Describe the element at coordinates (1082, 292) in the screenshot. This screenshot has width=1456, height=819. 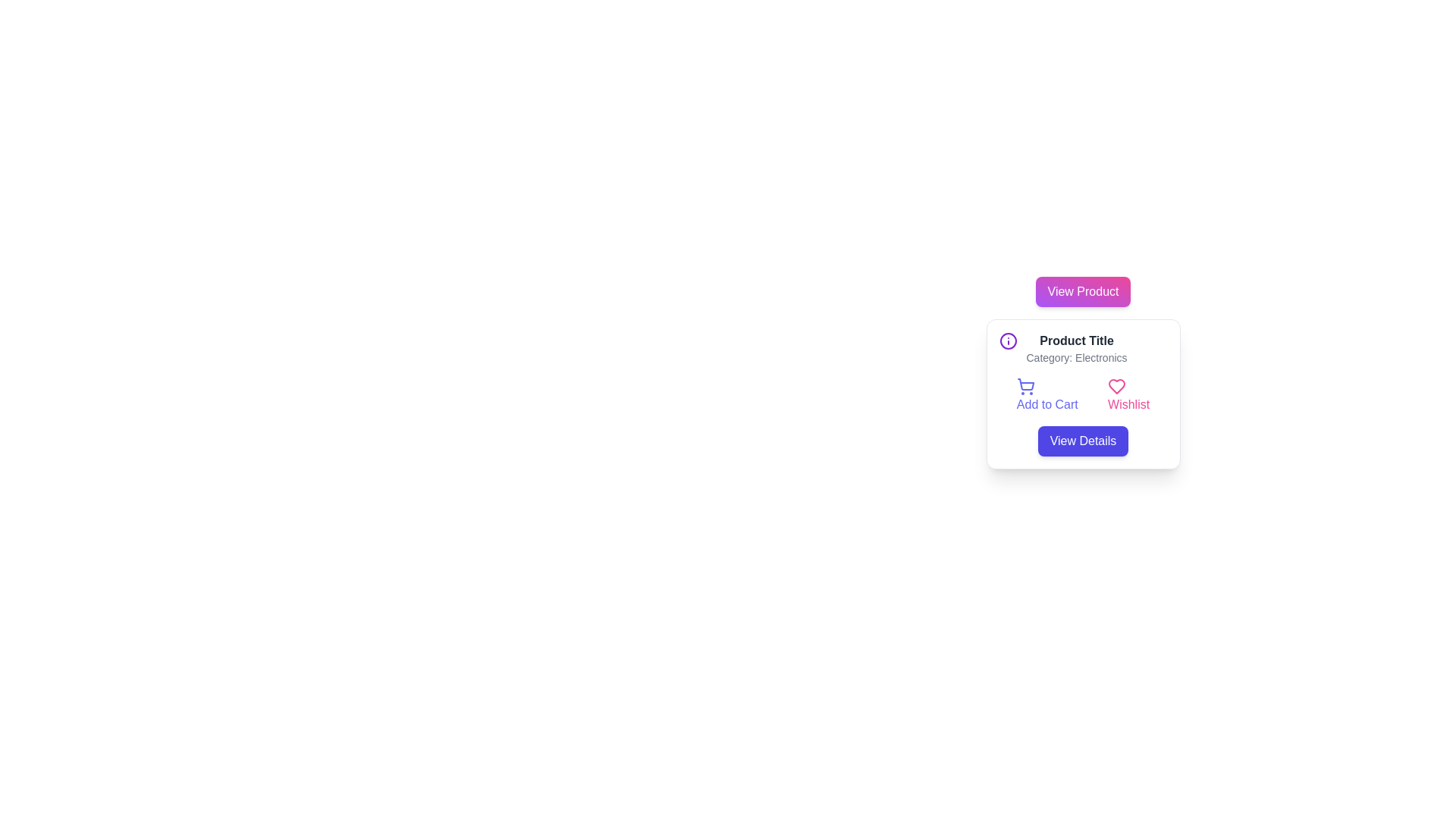
I see `the 'View Product' button with a gradient background transitioning from purple to pink, containing white bold text` at that location.